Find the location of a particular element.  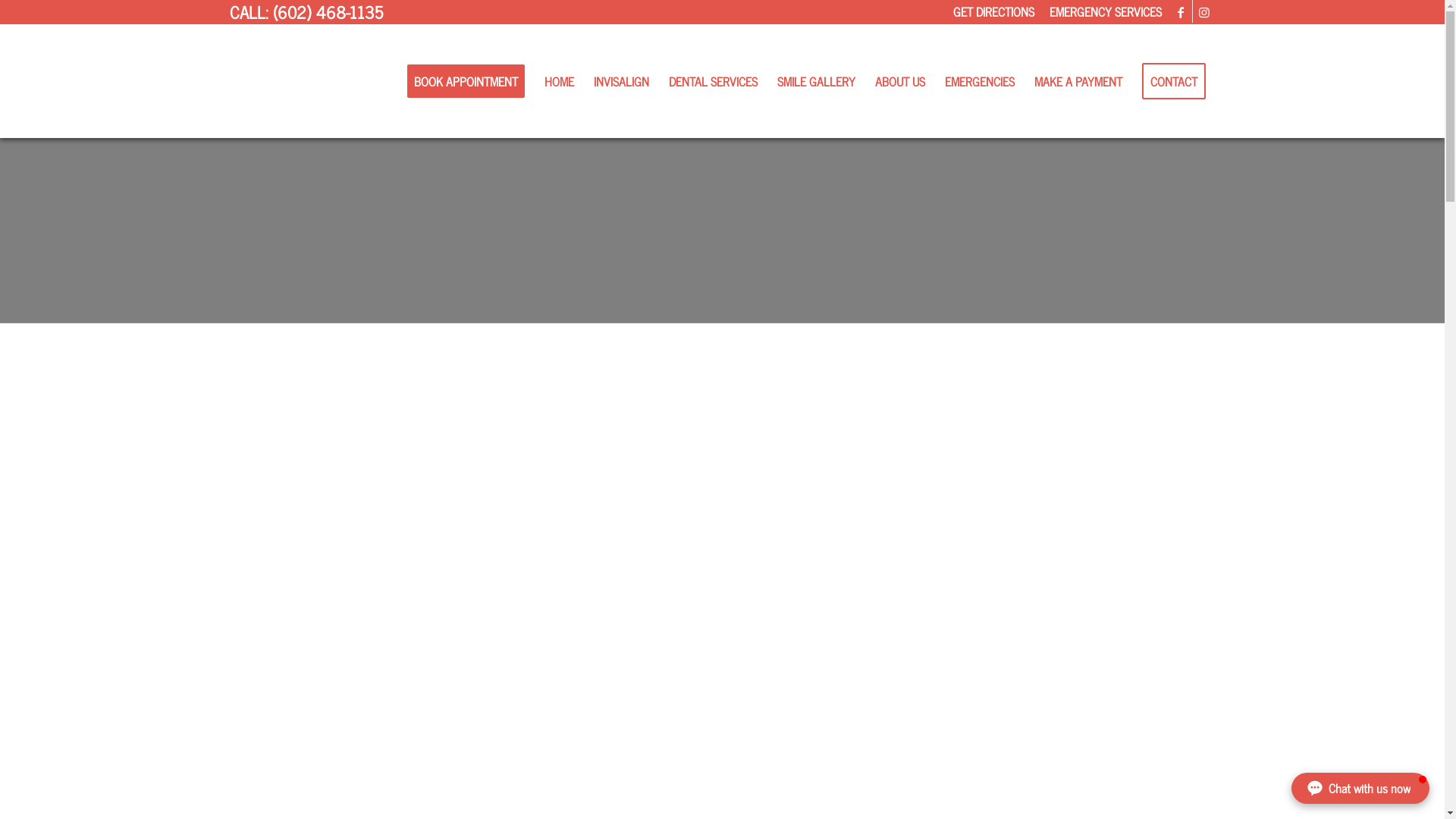

'Facebook' is located at coordinates (1179, 11).